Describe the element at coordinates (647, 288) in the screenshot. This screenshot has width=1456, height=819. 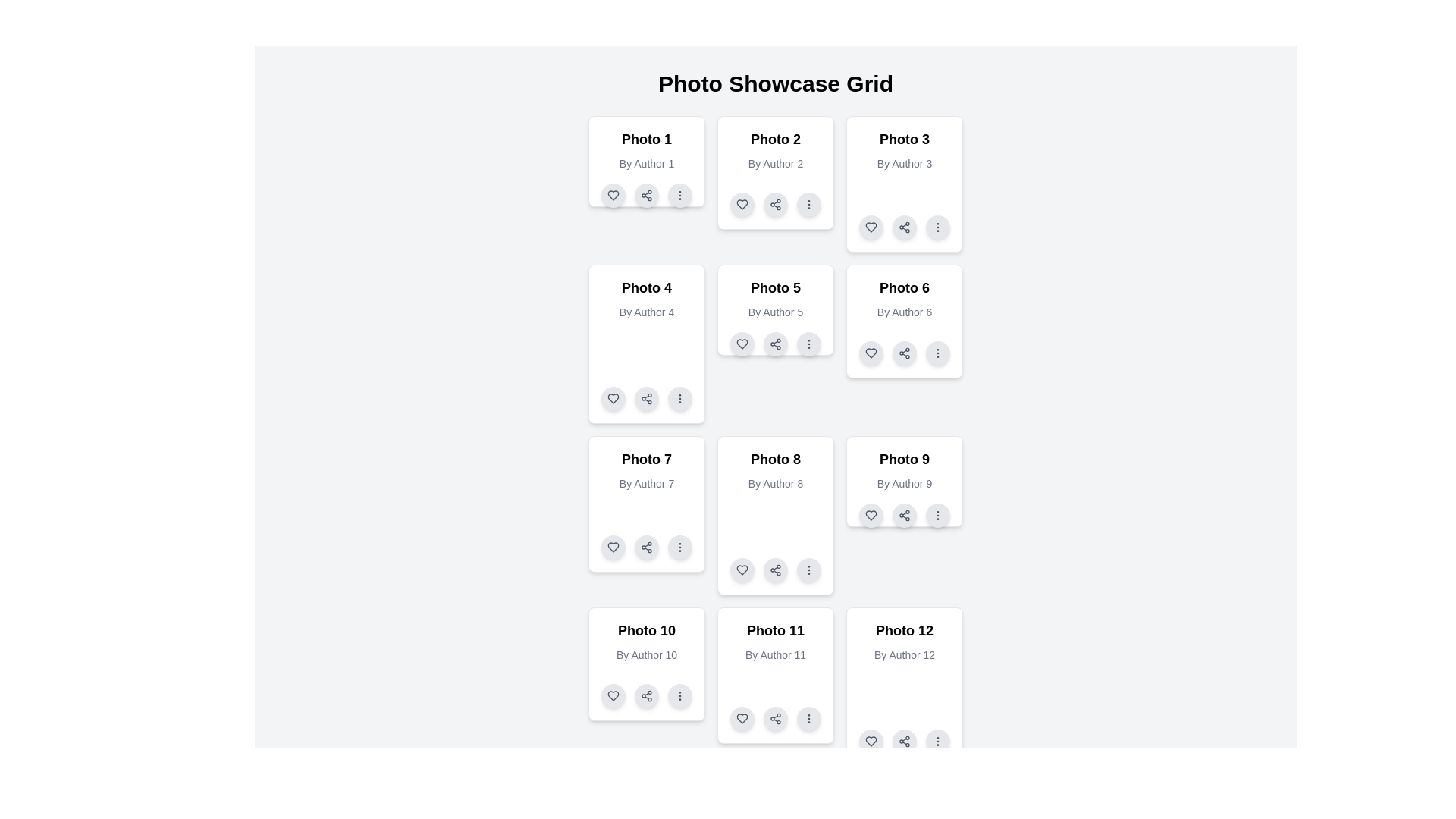
I see `the bold text label reading 'Photo 4' that is centrally aligned in the upper portion of a card layout, which is part of a grid structure in the second row, first column` at that location.